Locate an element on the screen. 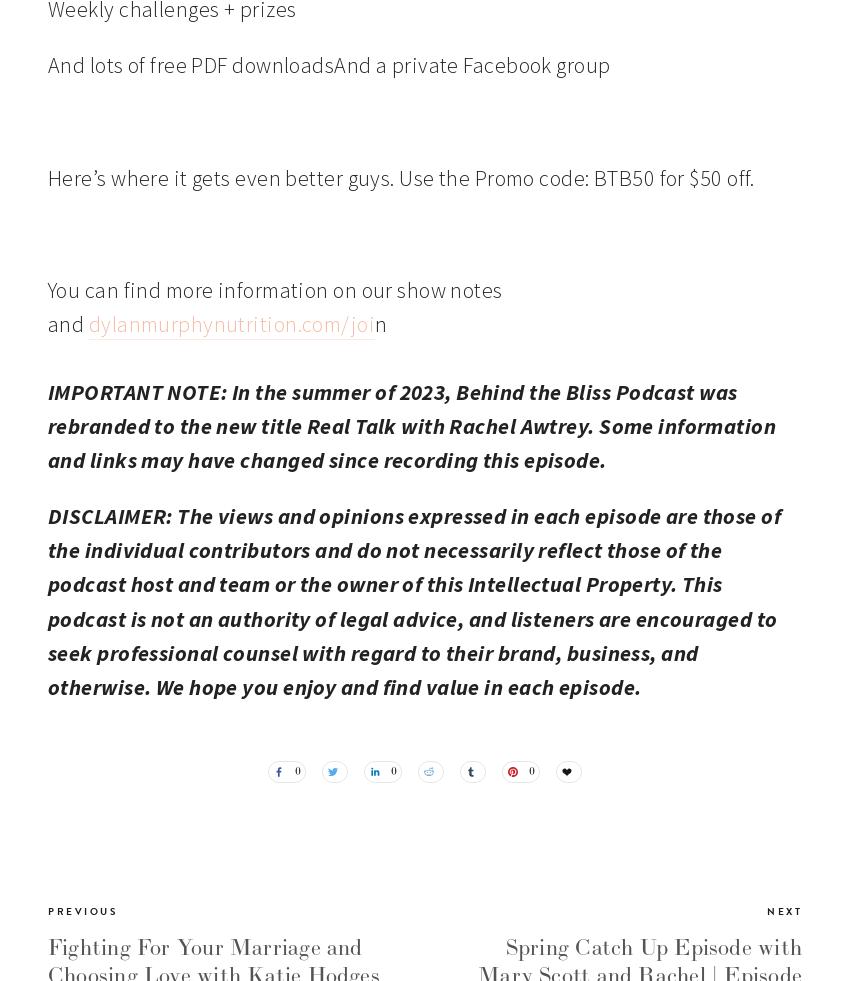  'dylanmurphynutrition.com/joi' is located at coordinates (231, 322).